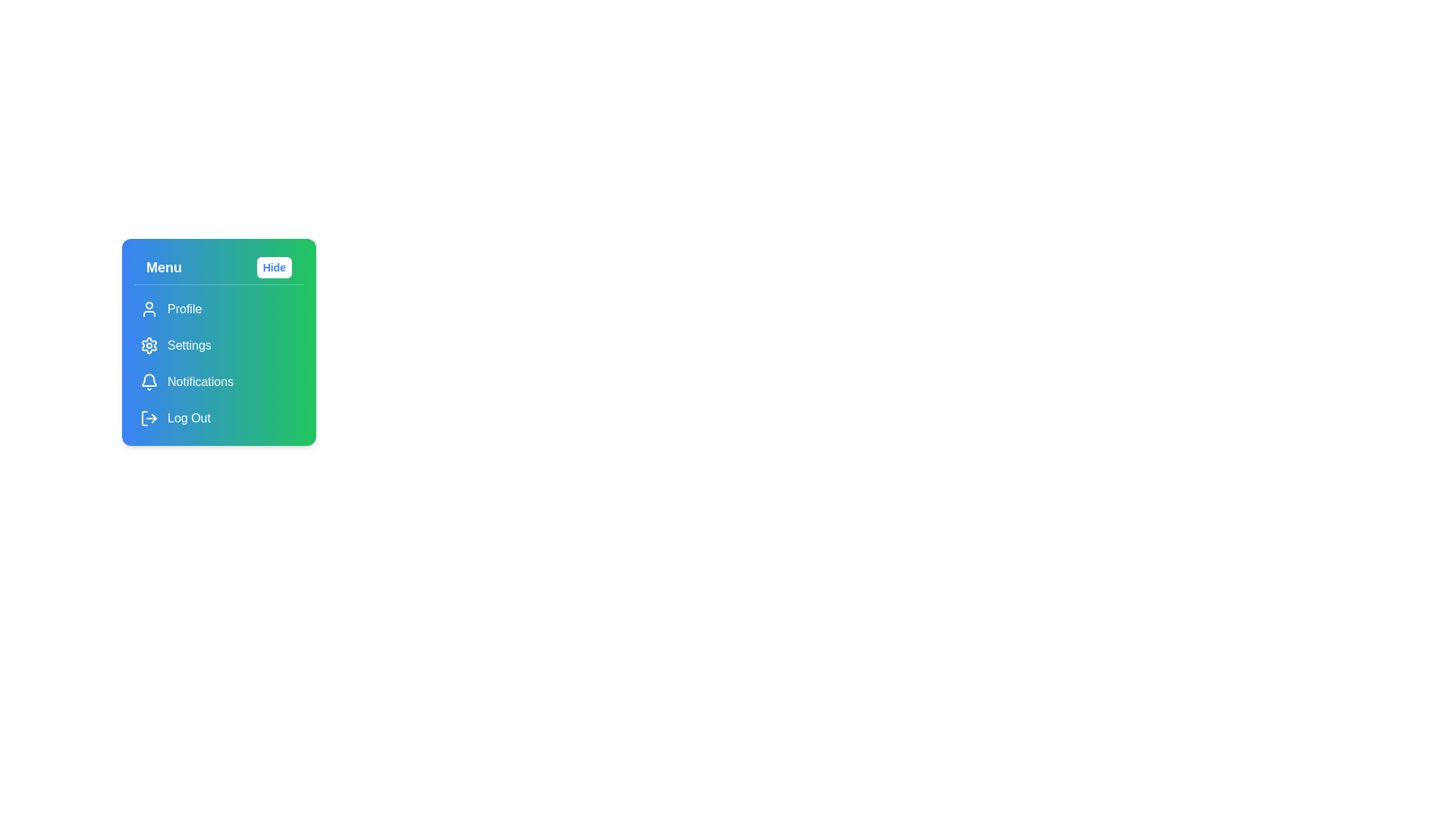 The image size is (1456, 819). Describe the element at coordinates (188, 345) in the screenshot. I see `the second text label in the vertical menu list, which is positioned below the 'Profile' menu item and above the 'Notifications' menu item` at that location.